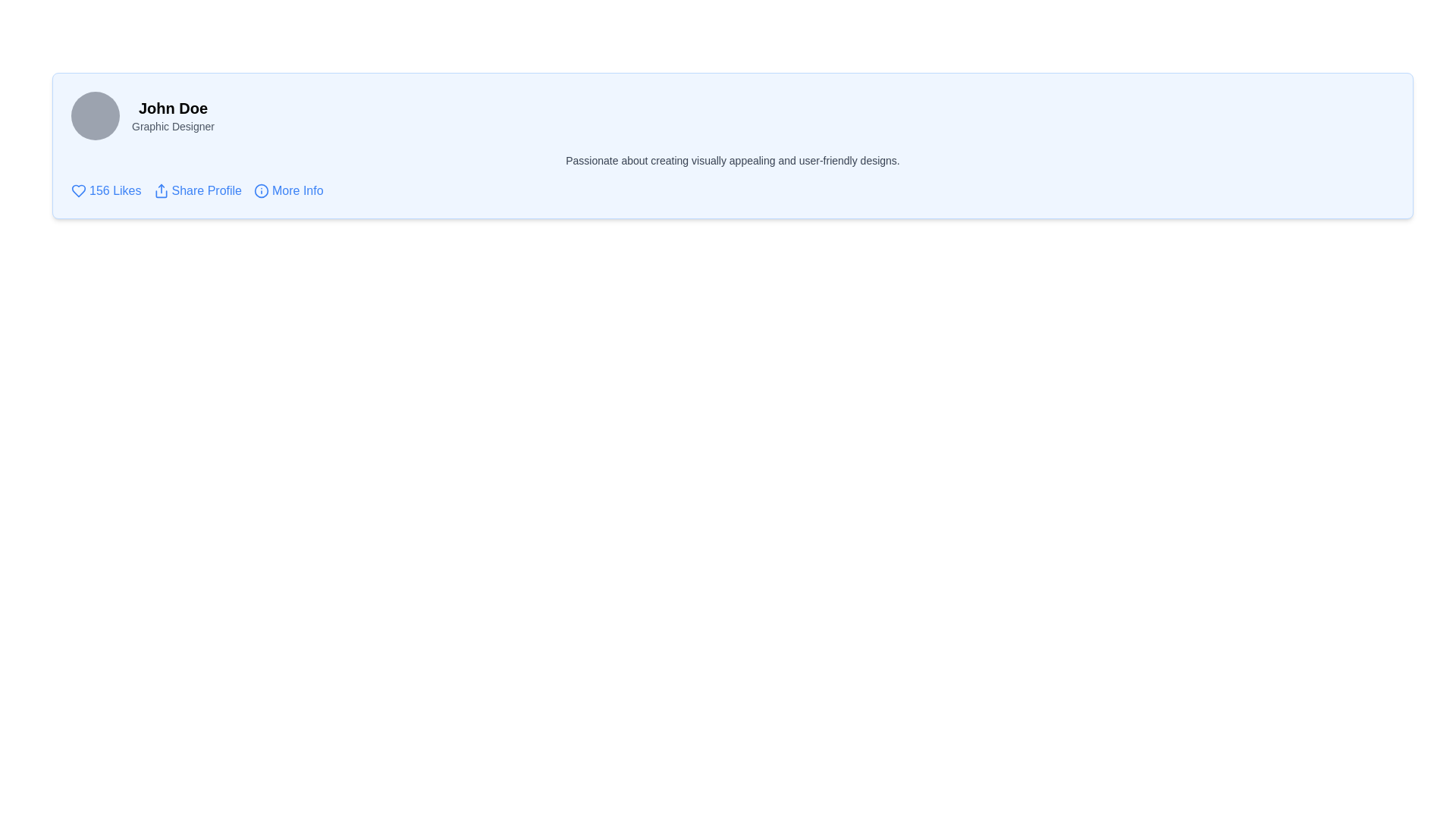 The height and width of the screenshot is (819, 1456). What do you see at coordinates (196, 190) in the screenshot?
I see `the share button located centrally between the '156 Likes' element on the left and the 'More Info' element on the right` at bounding box center [196, 190].